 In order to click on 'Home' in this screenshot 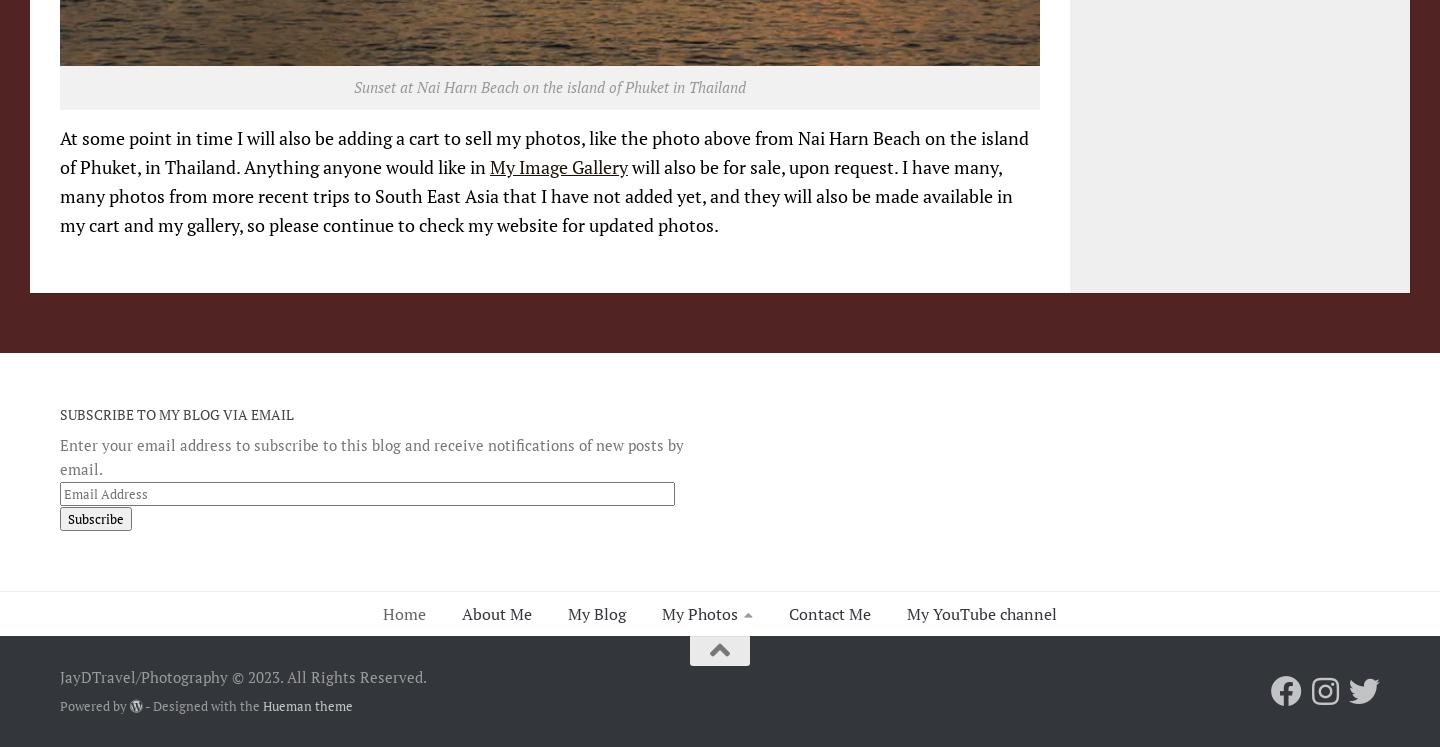, I will do `click(403, 612)`.